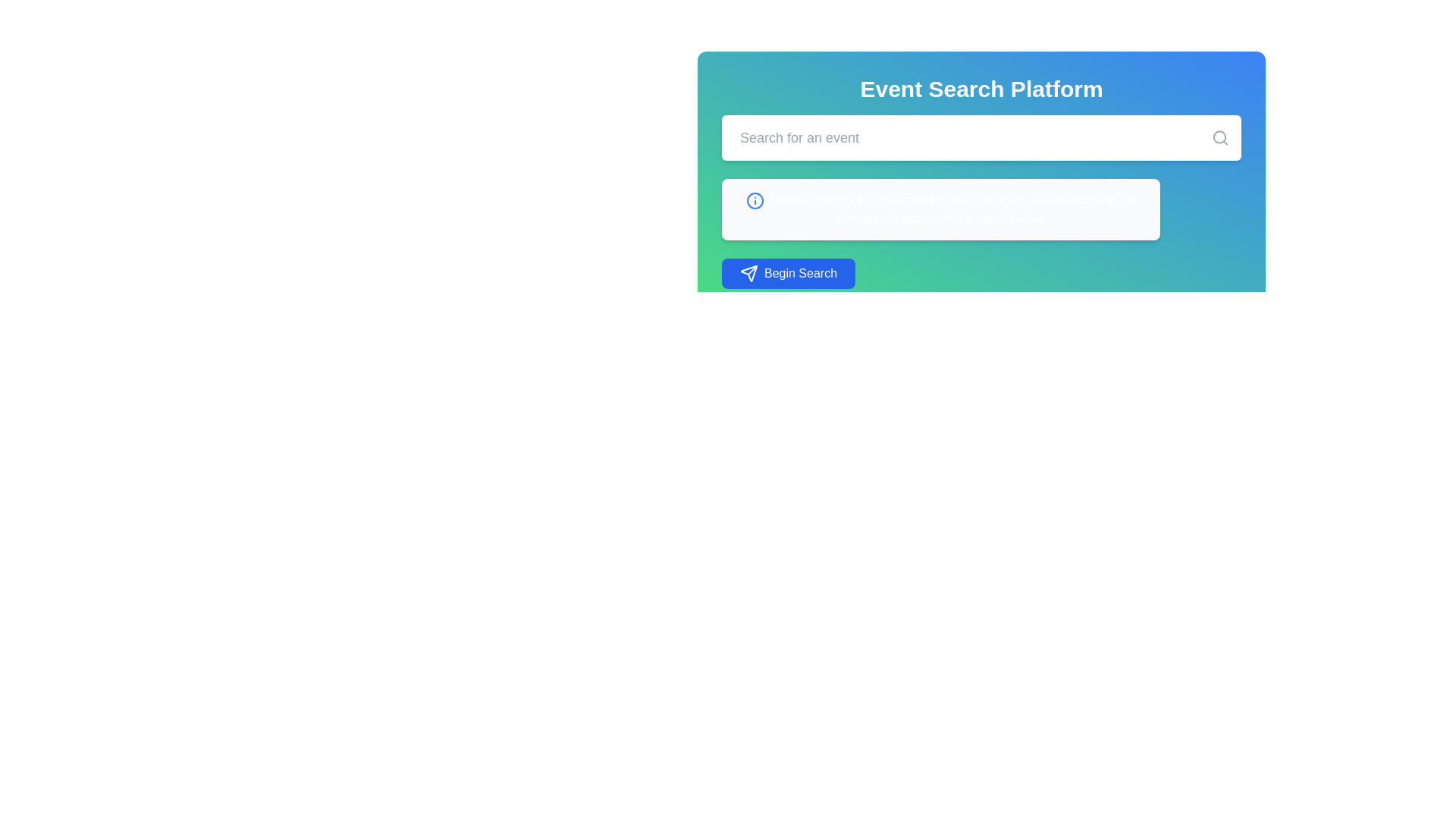 The height and width of the screenshot is (819, 1456). I want to click on the header text label indicating the primary purpose of the event search platform, located at the top of the gradient-styled panel, so click(981, 89).